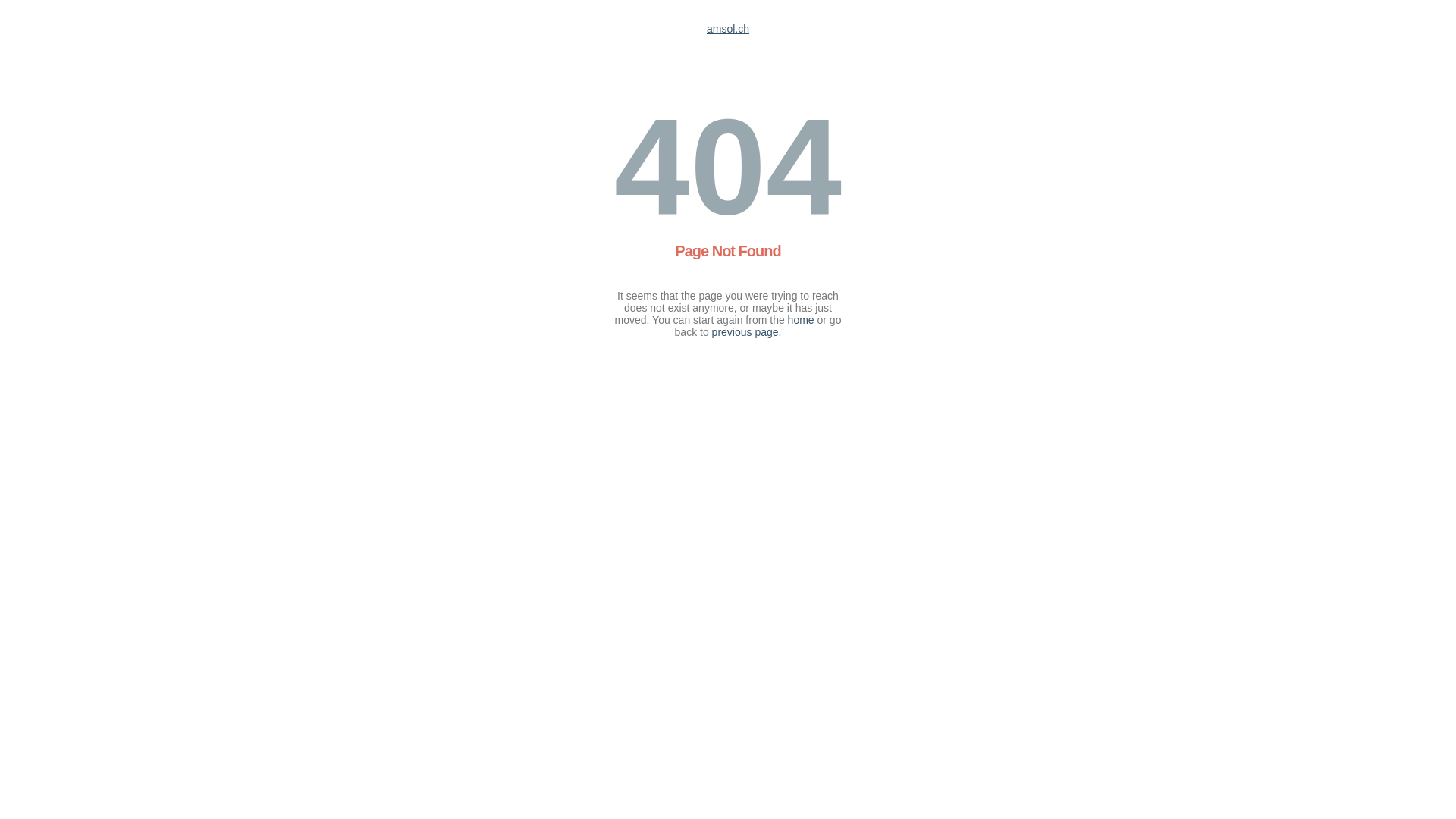 The image size is (1456, 819). What do you see at coordinates (800, 318) in the screenshot?
I see `'home'` at bounding box center [800, 318].